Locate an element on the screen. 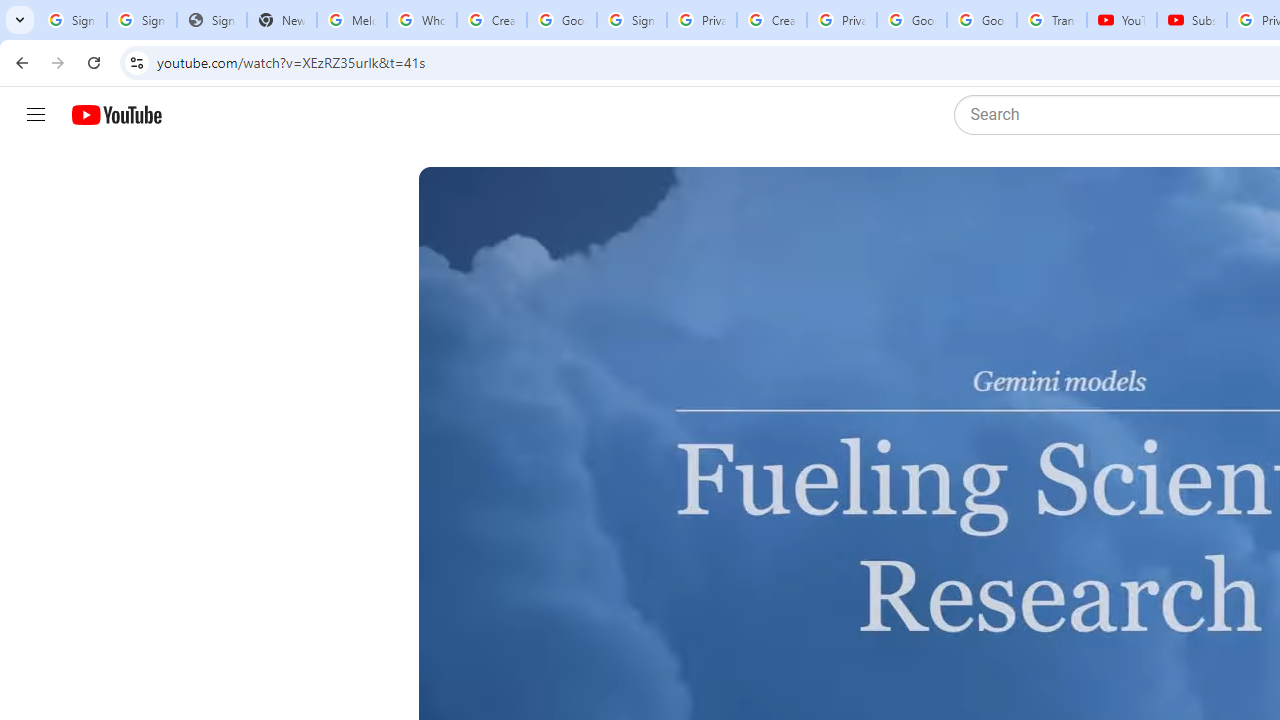  'Sign in - Google Accounts' is located at coordinates (630, 20).